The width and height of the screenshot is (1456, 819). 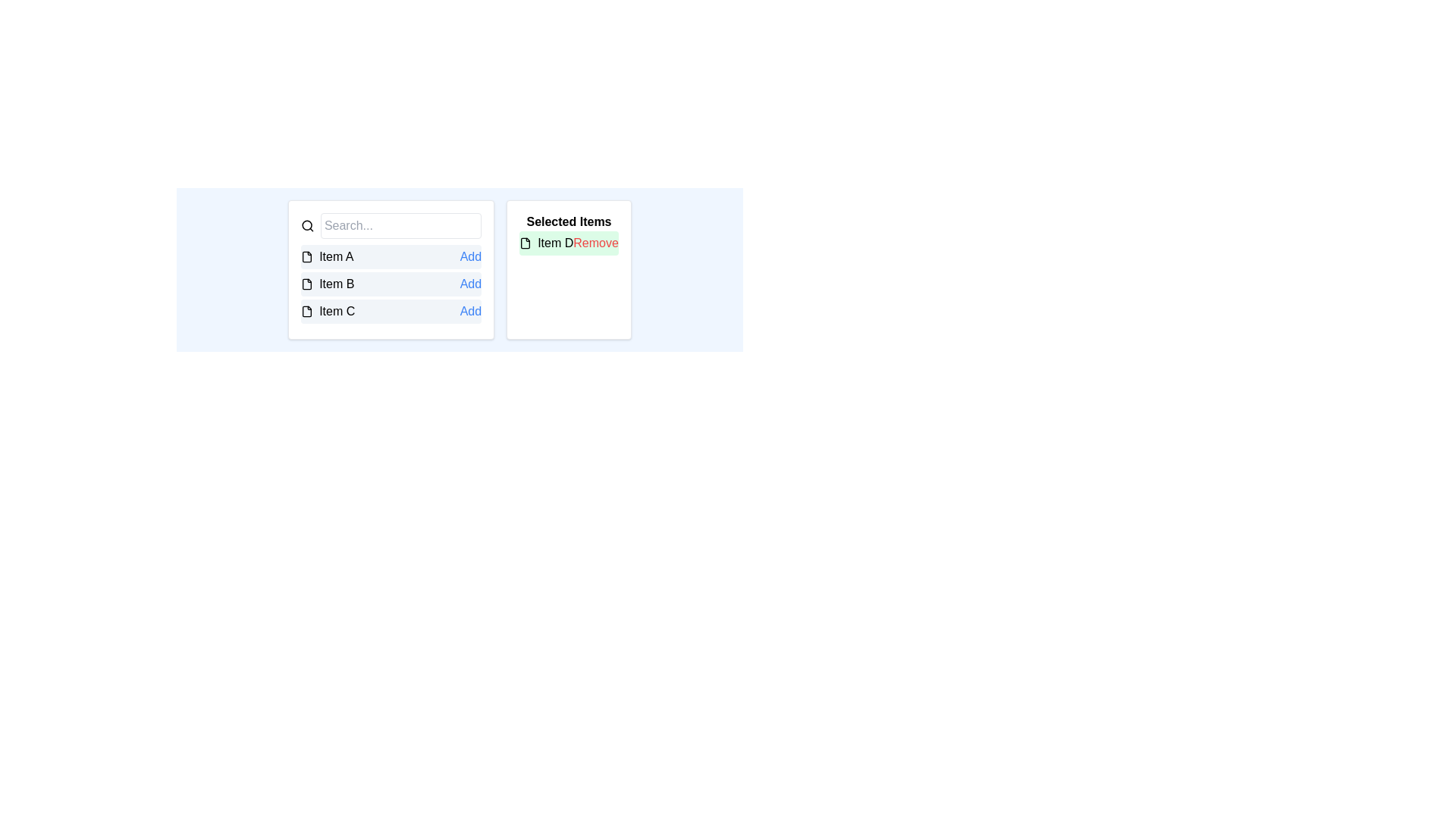 What do you see at coordinates (595, 242) in the screenshot?
I see `the button located at the right end of the row for 'Item D' in the 'Selected Items' list` at bounding box center [595, 242].